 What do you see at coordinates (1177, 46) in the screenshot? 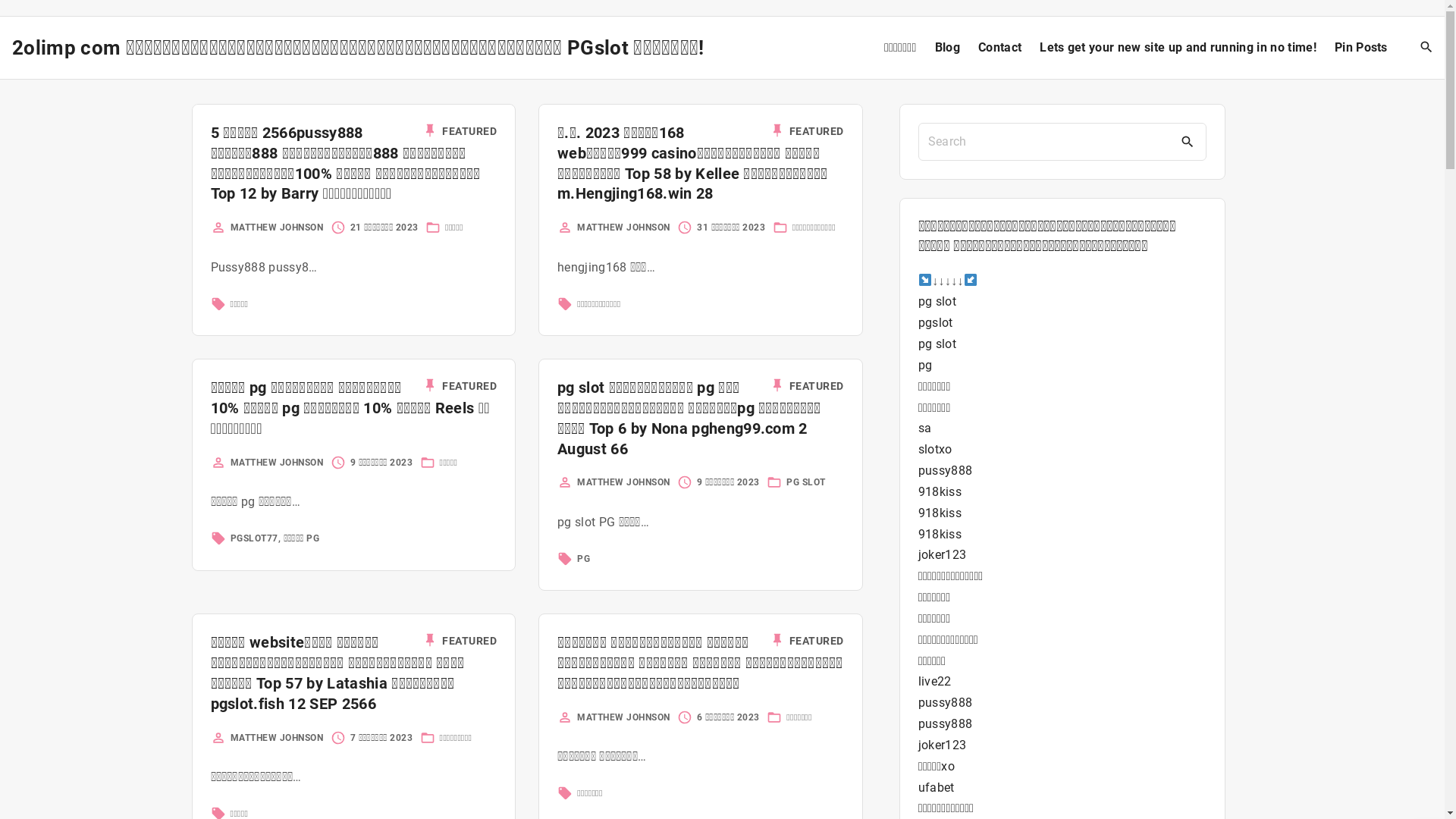
I see `'Lets get your new site up and running in no time!'` at bounding box center [1177, 46].